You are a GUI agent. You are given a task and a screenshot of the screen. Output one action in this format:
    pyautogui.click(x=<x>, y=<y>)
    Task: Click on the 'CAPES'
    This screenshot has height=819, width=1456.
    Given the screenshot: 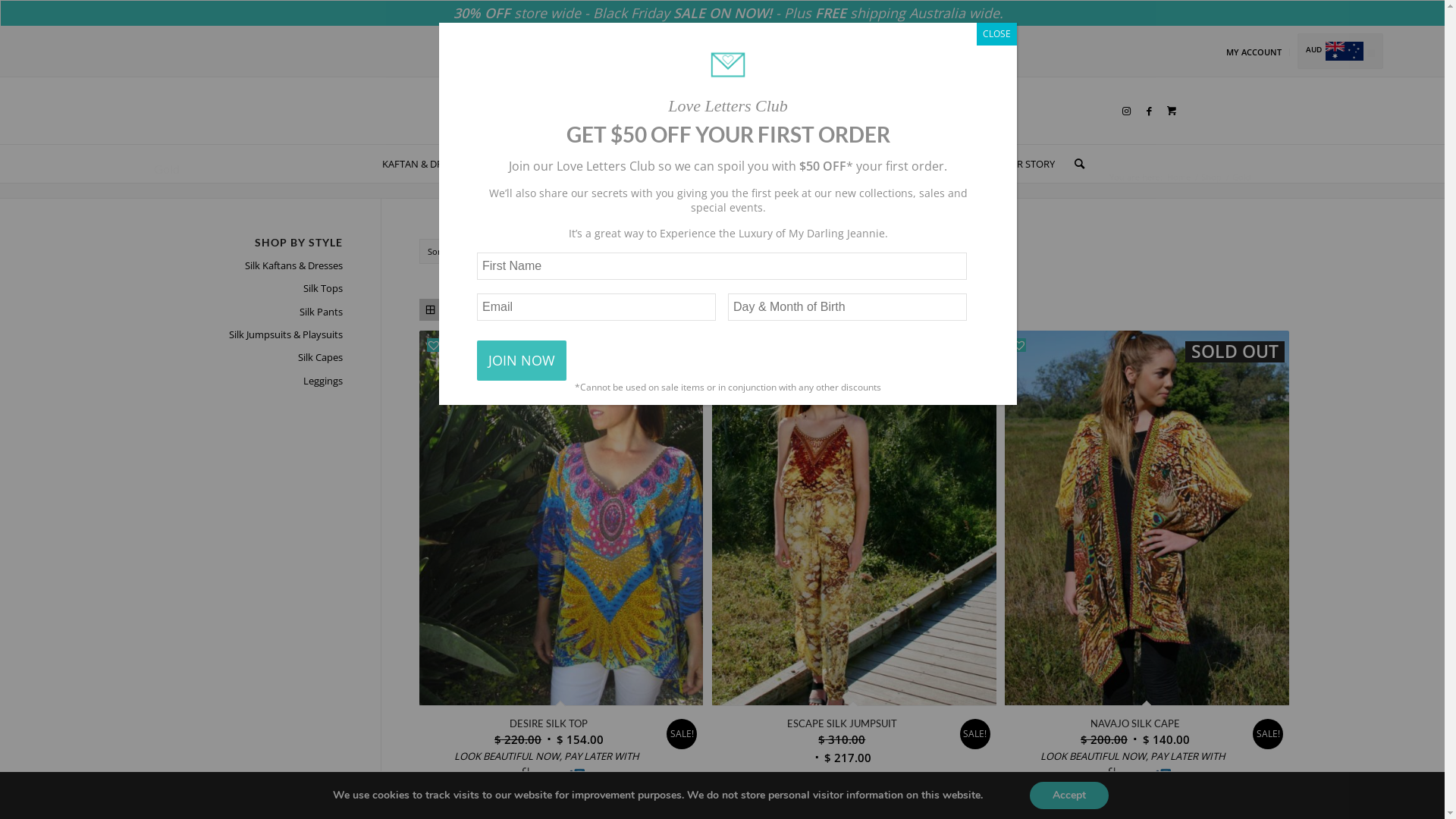 What is the action you would take?
    pyautogui.click(x=720, y=164)
    